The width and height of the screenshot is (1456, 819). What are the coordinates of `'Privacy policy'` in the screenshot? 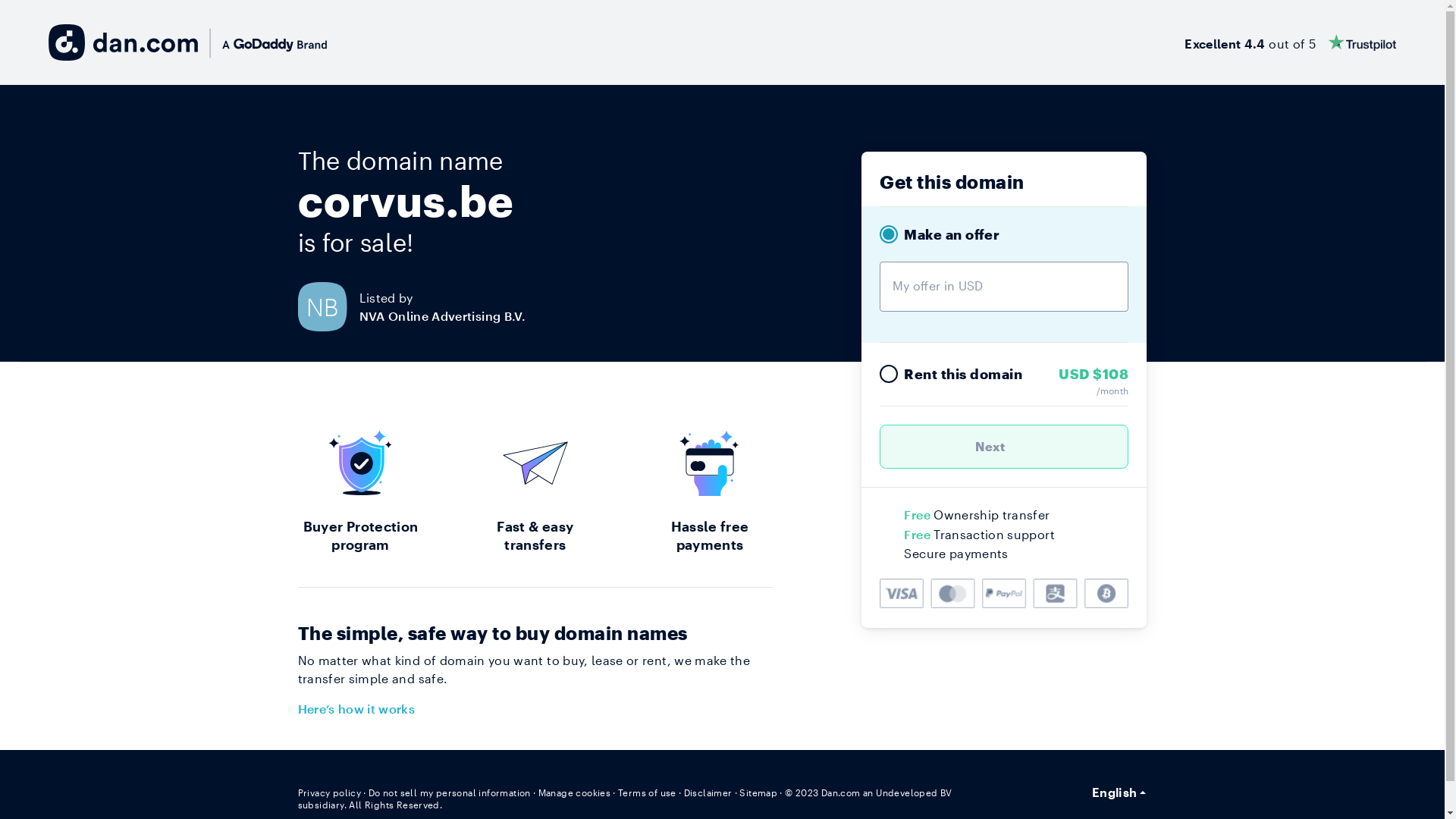 It's located at (328, 792).